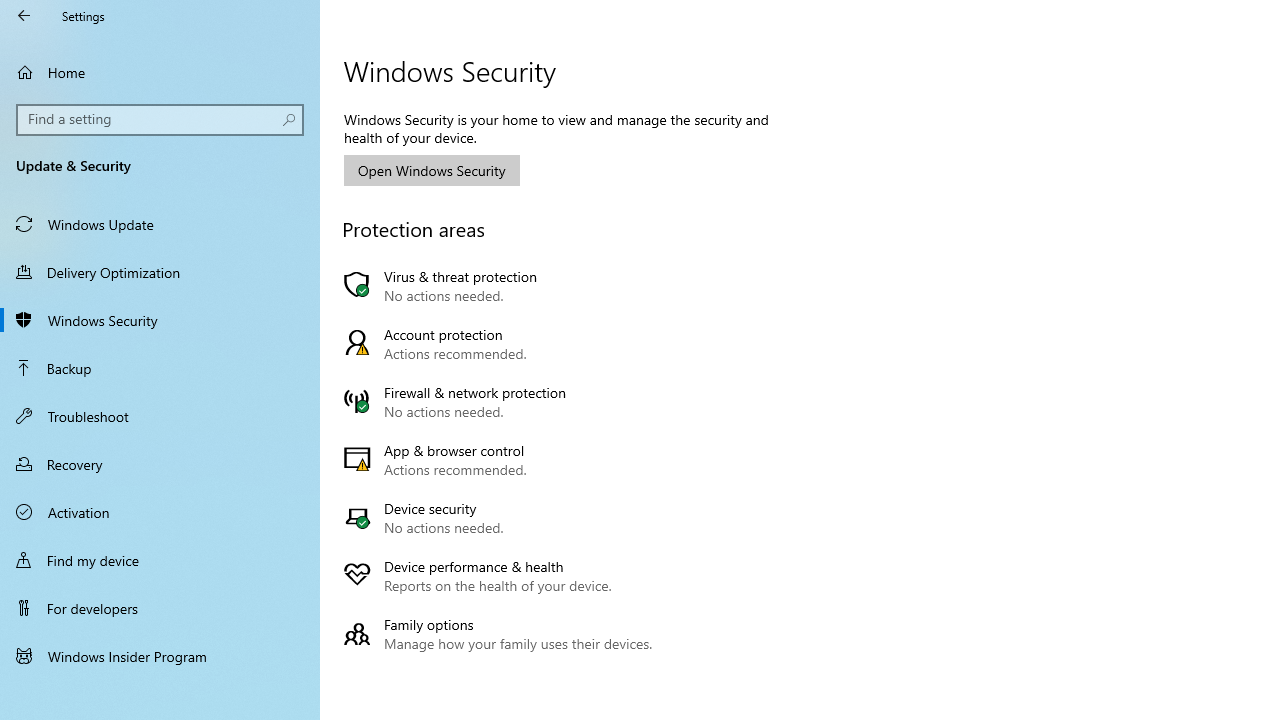 This screenshot has width=1280, height=720. Describe the element at coordinates (160, 367) in the screenshot. I see `'Backup'` at that location.